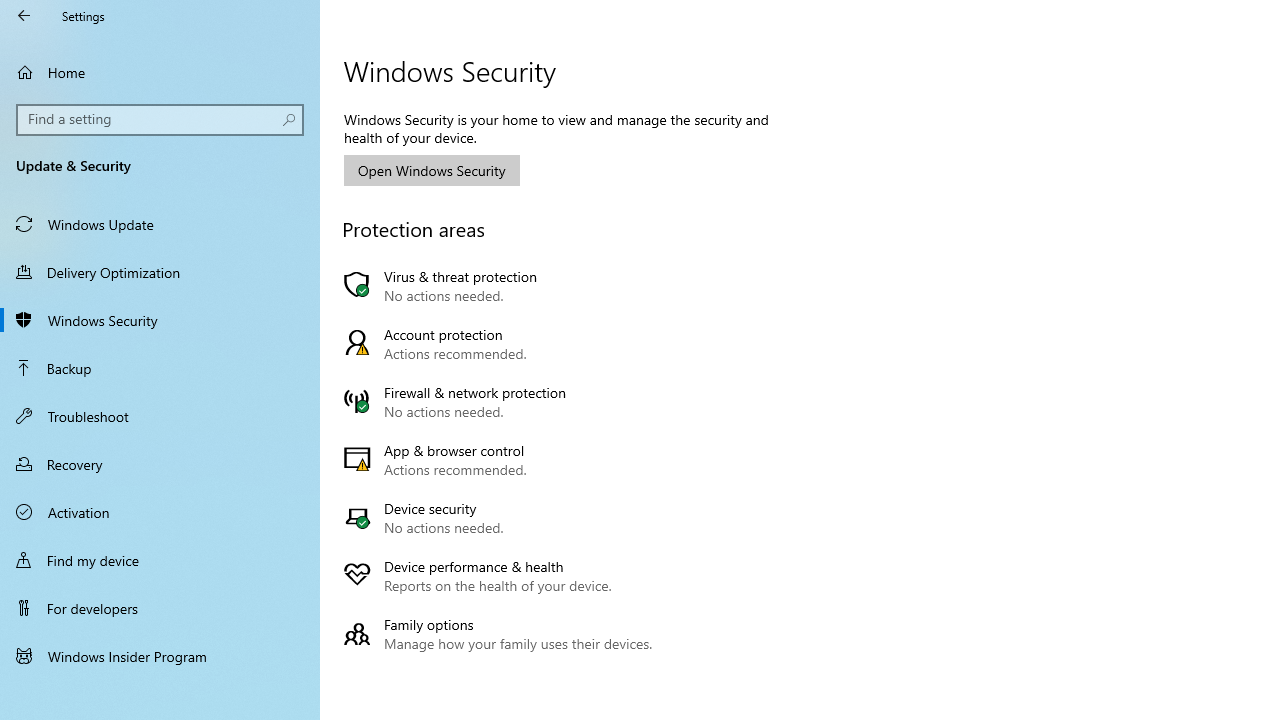 This screenshot has width=1280, height=720. Describe the element at coordinates (160, 367) in the screenshot. I see `'Backup'` at that location.